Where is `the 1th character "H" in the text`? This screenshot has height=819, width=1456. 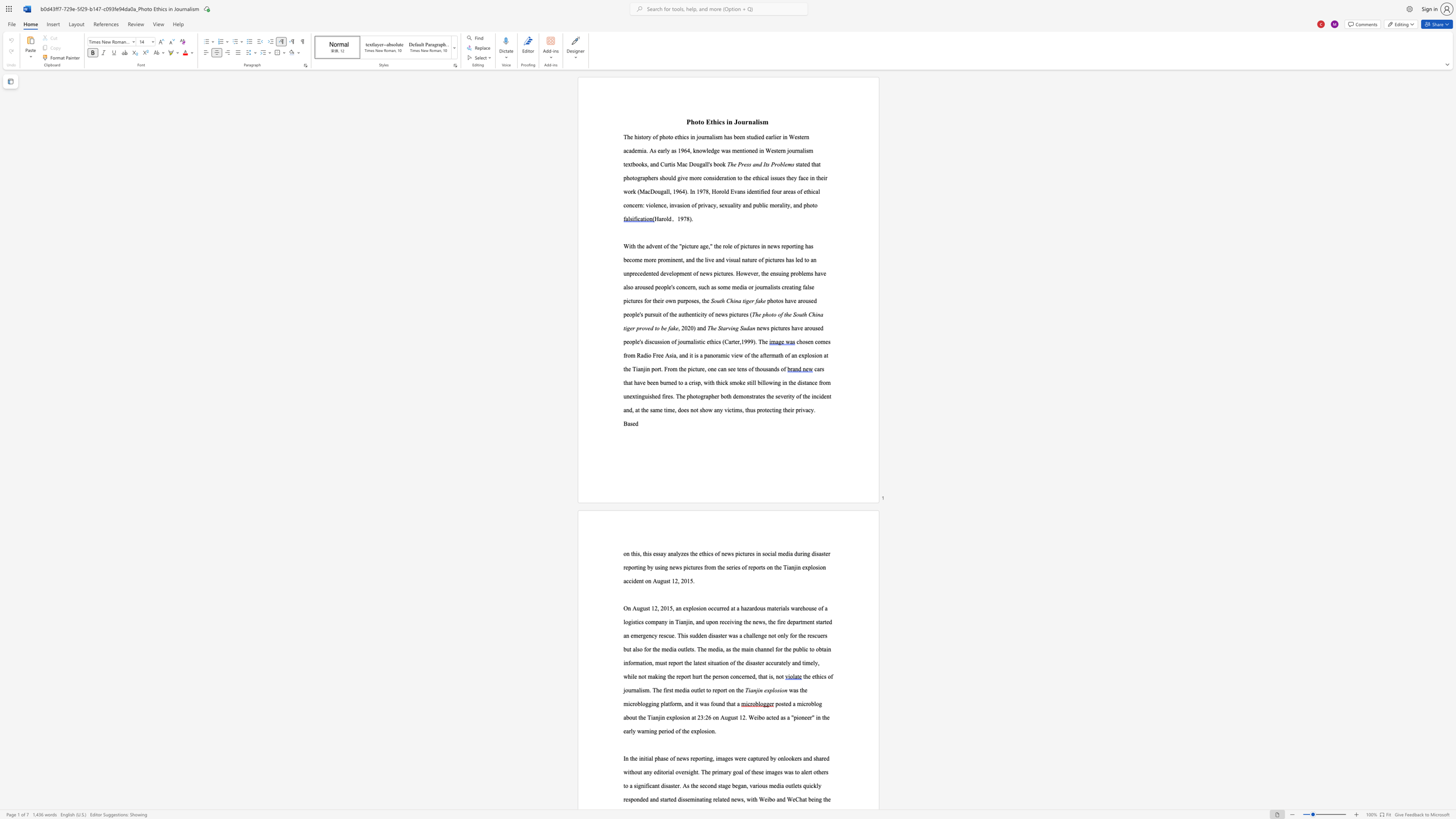 the 1th character "H" in the text is located at coordinates (656, 219).